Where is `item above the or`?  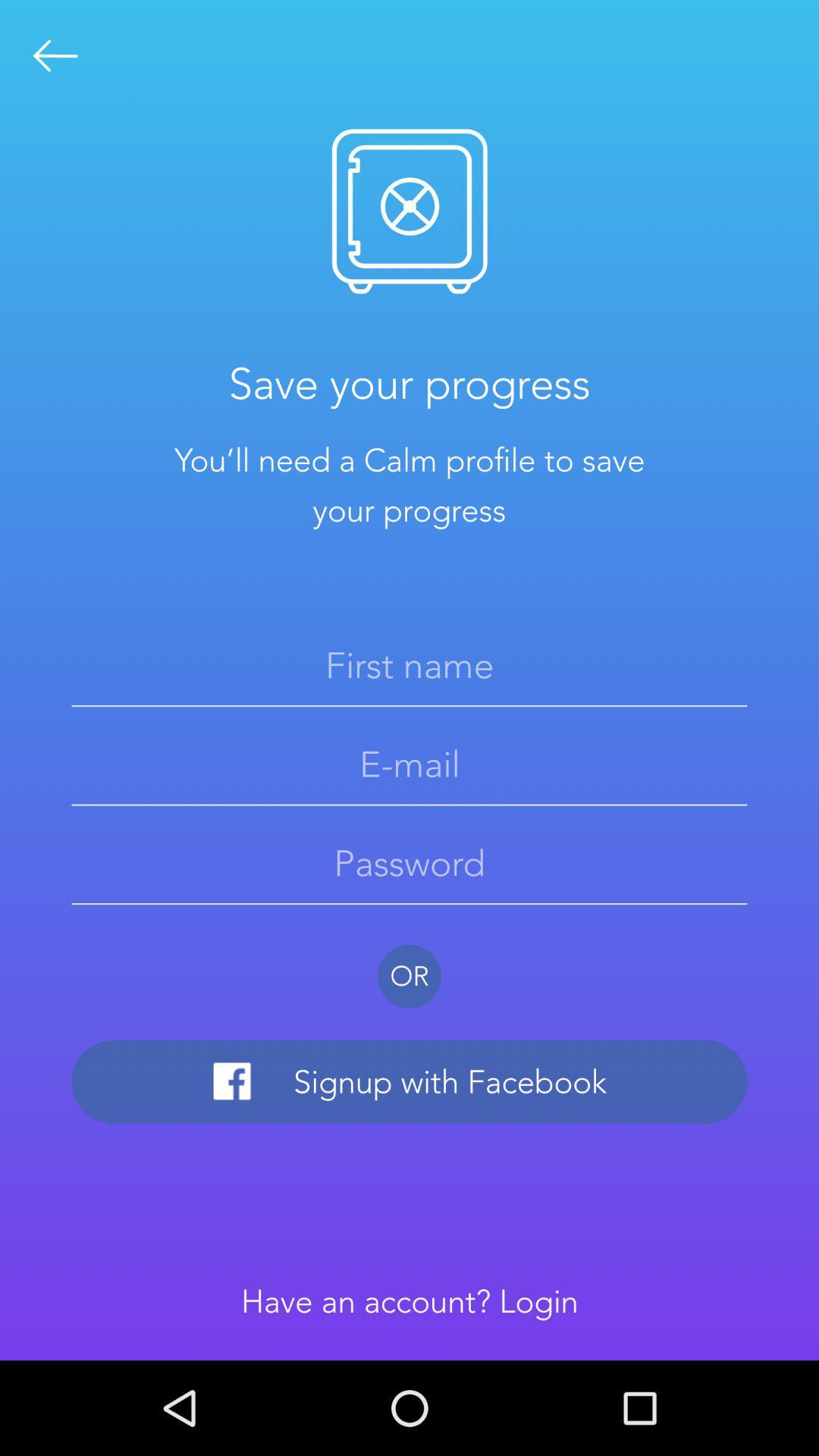
item above the or is located at coordinates (409, 863).